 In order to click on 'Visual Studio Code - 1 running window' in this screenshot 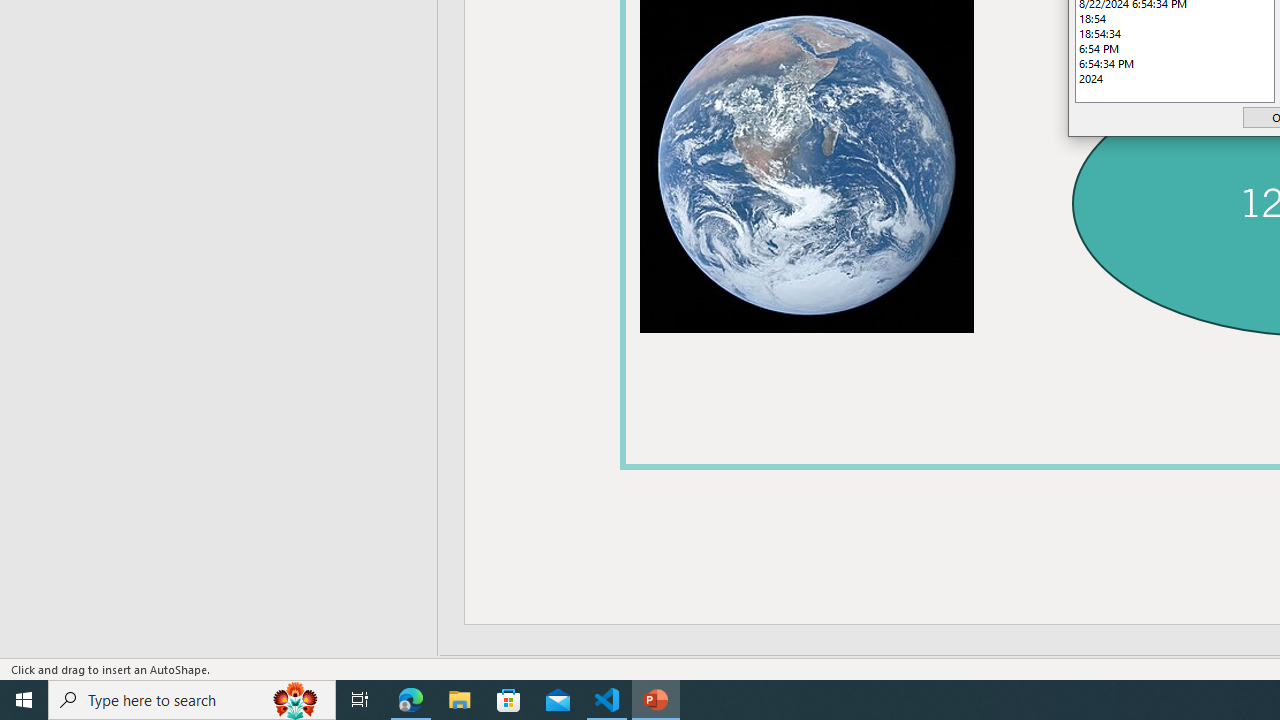, I will do `click(606, 698)`.